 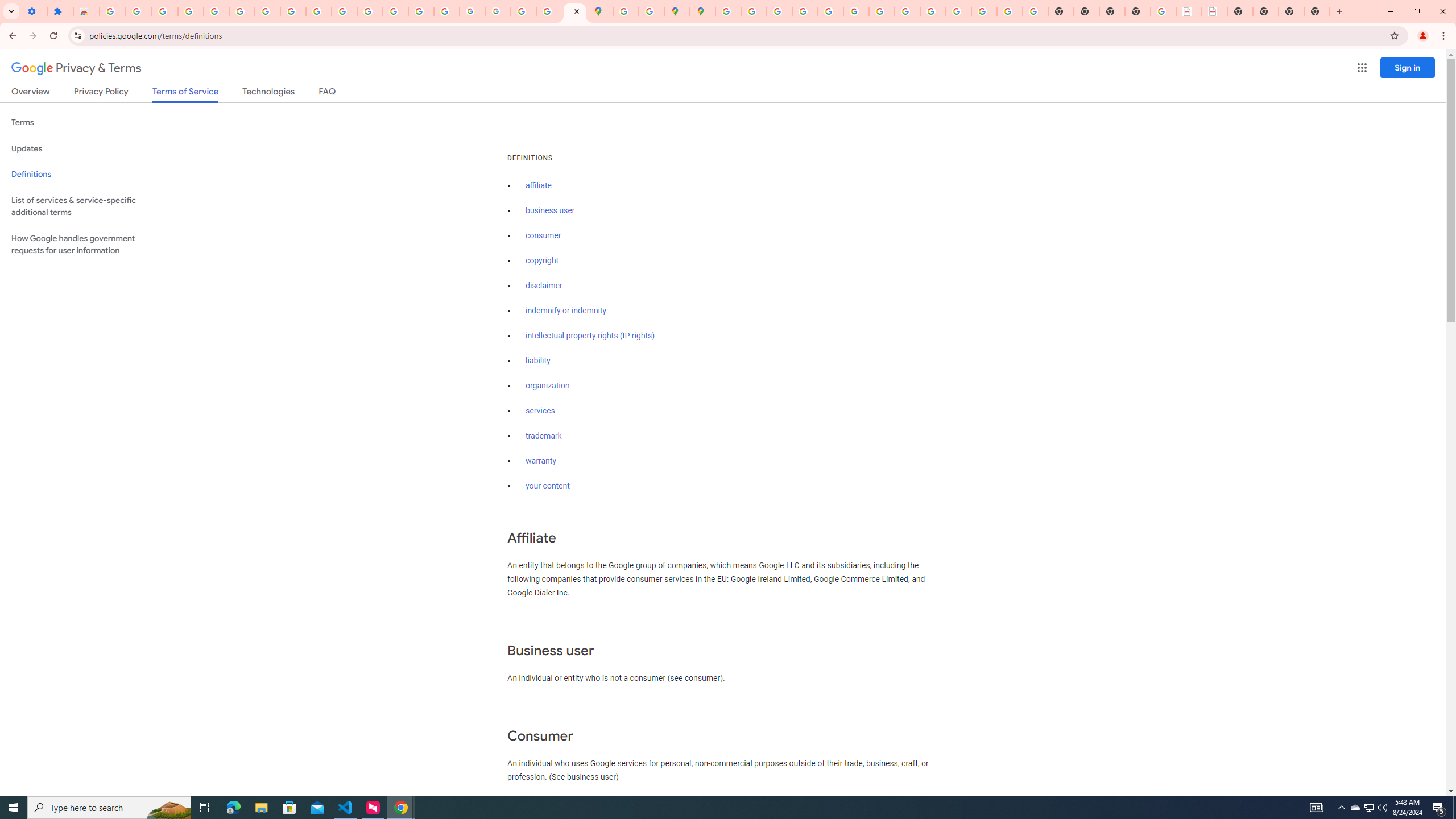 I want to click on 'List of services & service-specific additional terms', so click(x=86, y=205).